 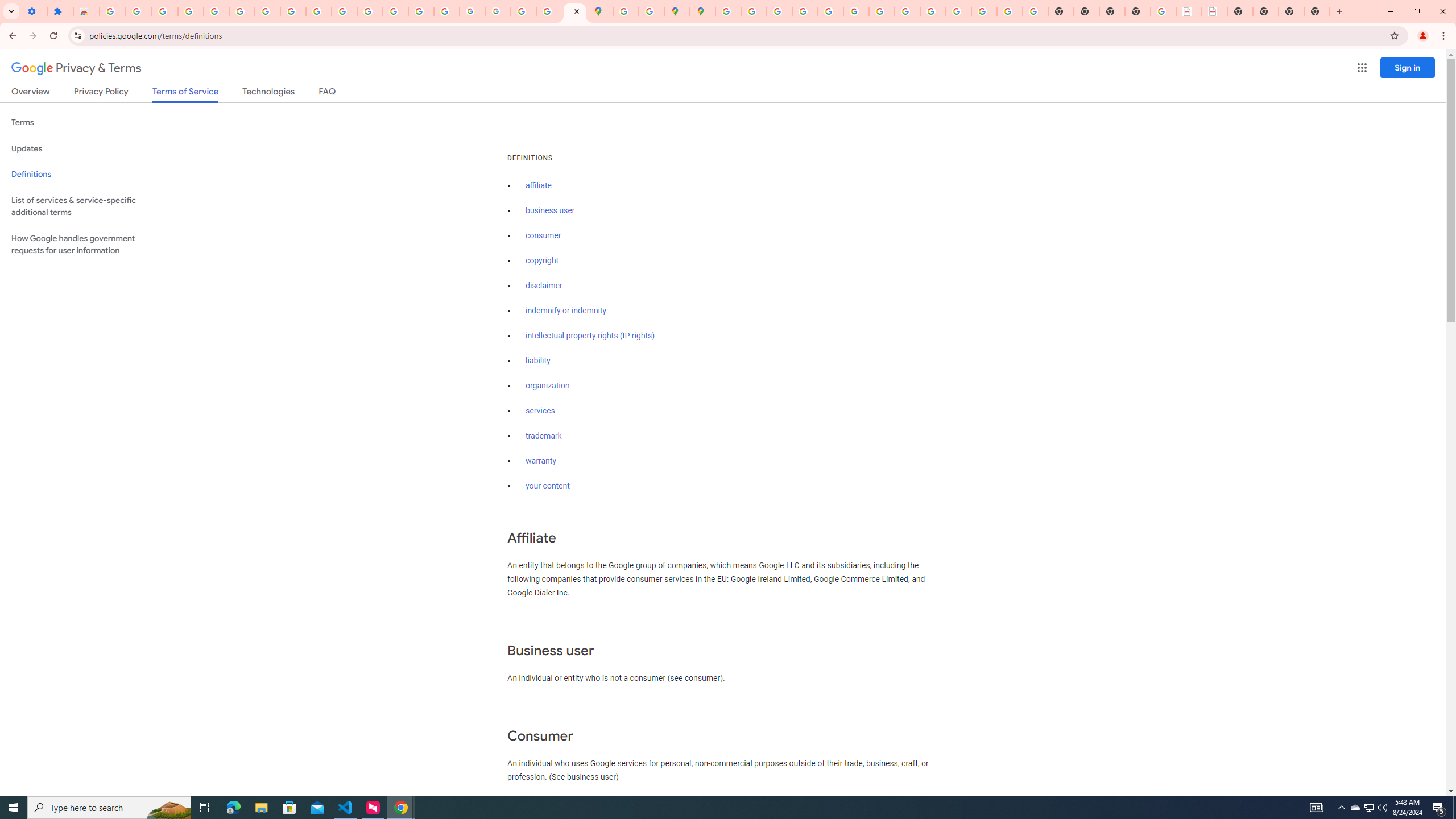 I want to click on 'List of services & service-specific additional terms', so click(x=86, y=205).